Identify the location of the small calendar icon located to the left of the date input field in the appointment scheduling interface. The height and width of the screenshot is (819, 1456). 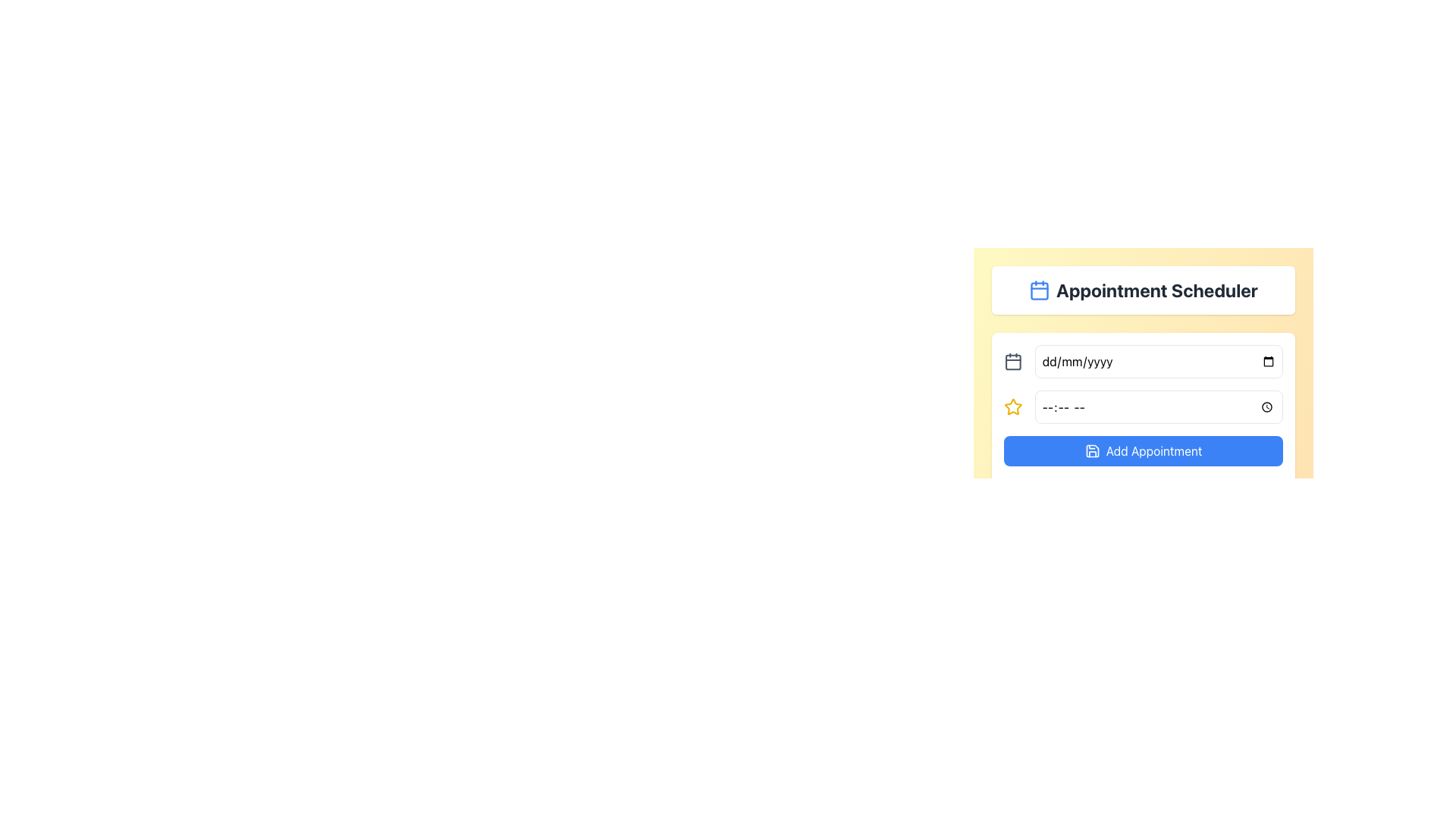
(1013, 362).